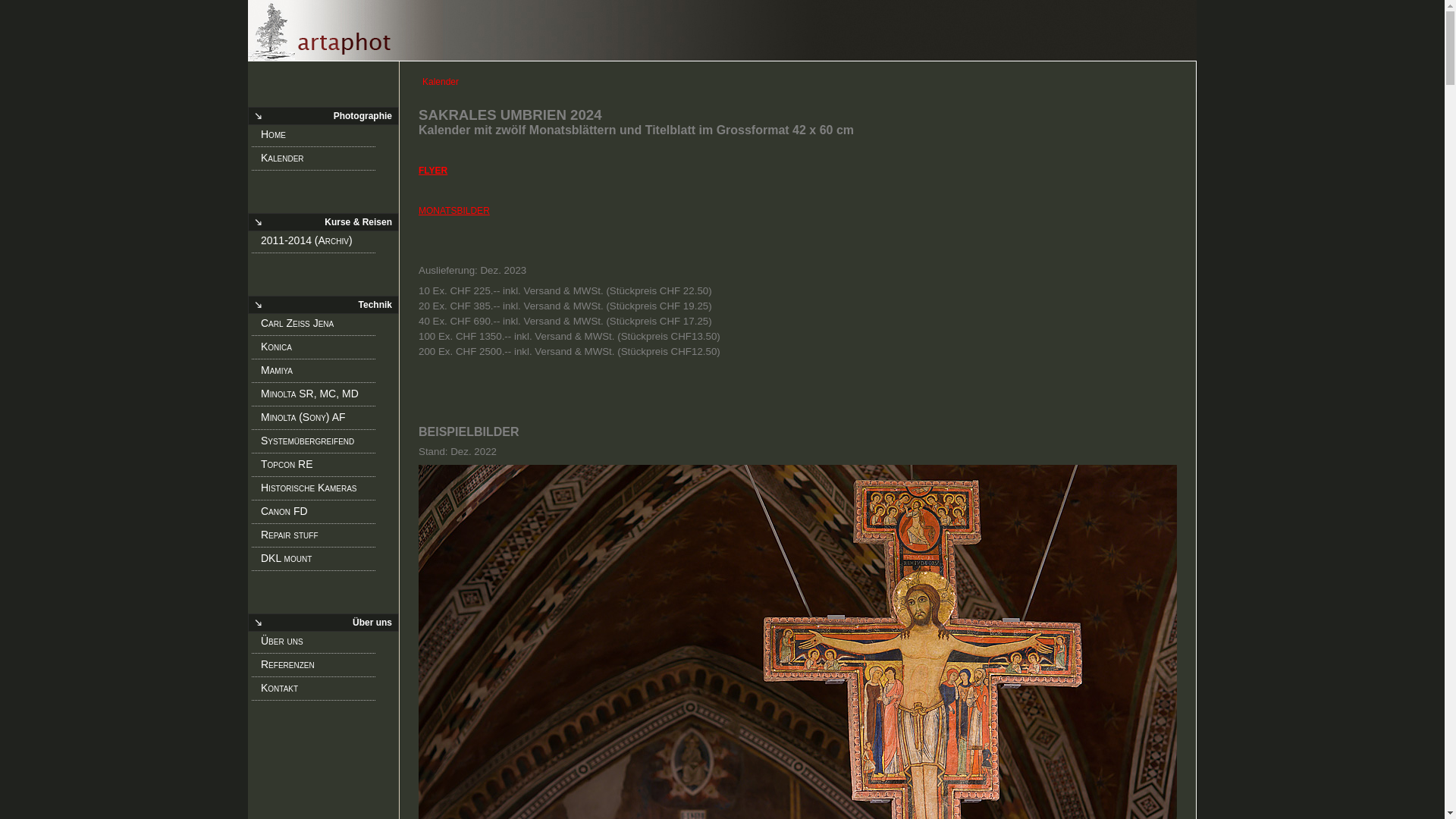 The width and height of the screenshot is (1456, 819). I want to click on 'Canon FD', so click(318, 513).